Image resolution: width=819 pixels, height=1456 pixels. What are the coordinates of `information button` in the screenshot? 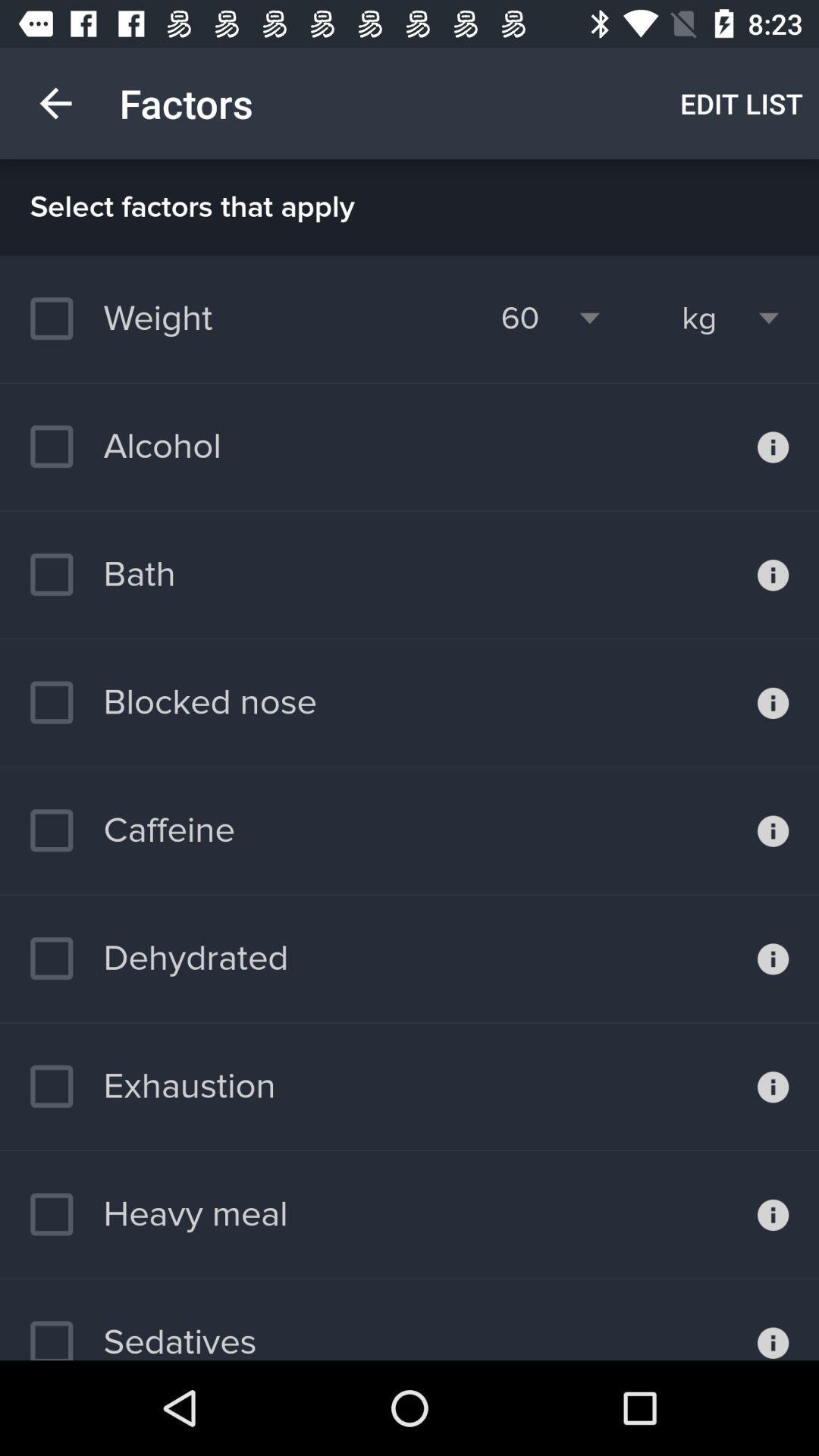 It's located at (773, 830).